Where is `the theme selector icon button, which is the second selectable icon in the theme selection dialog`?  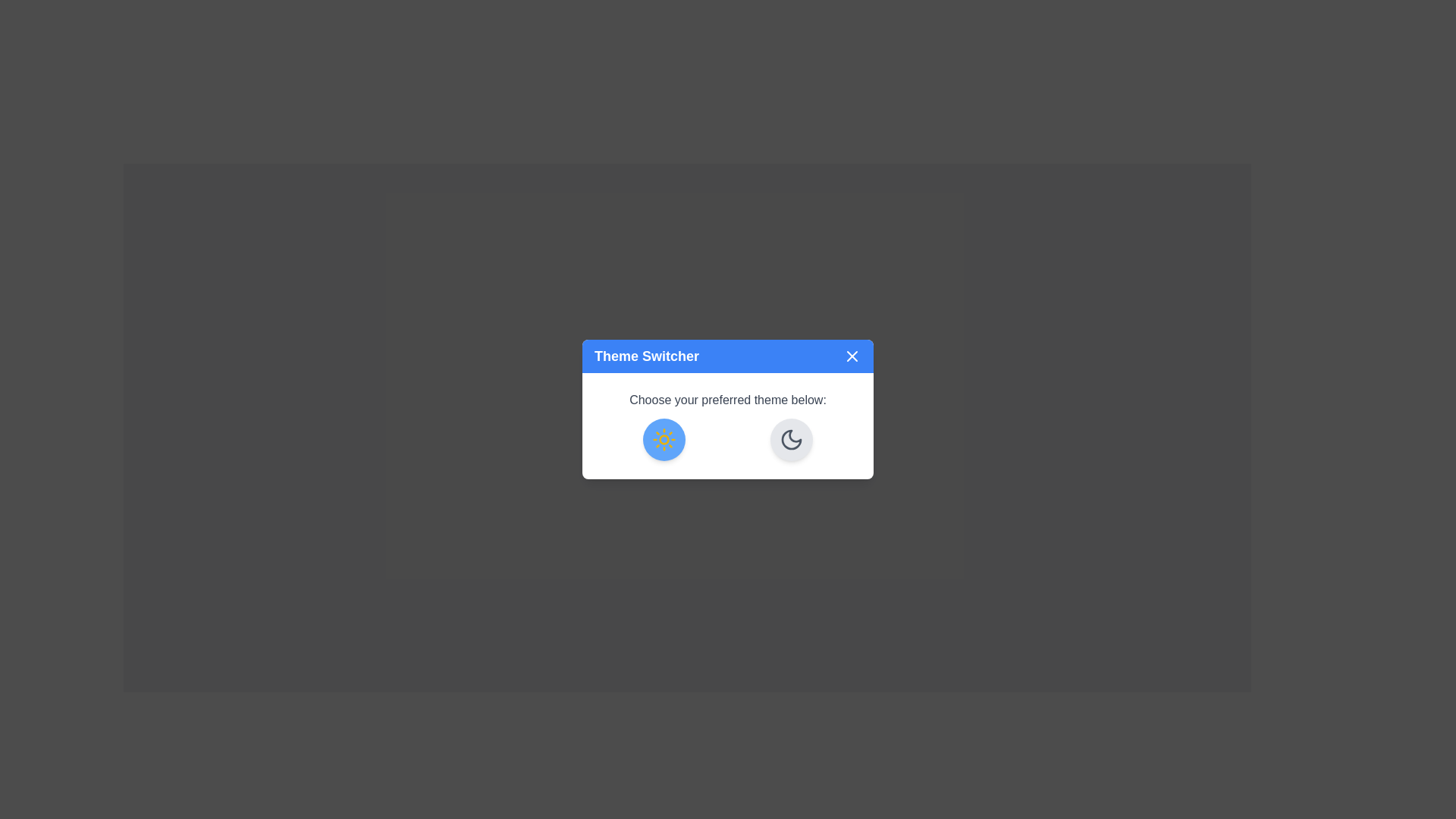
the theme selector icon button, which is the second selectable icon in the theme selection dialog is located at coordinates (790, 439).